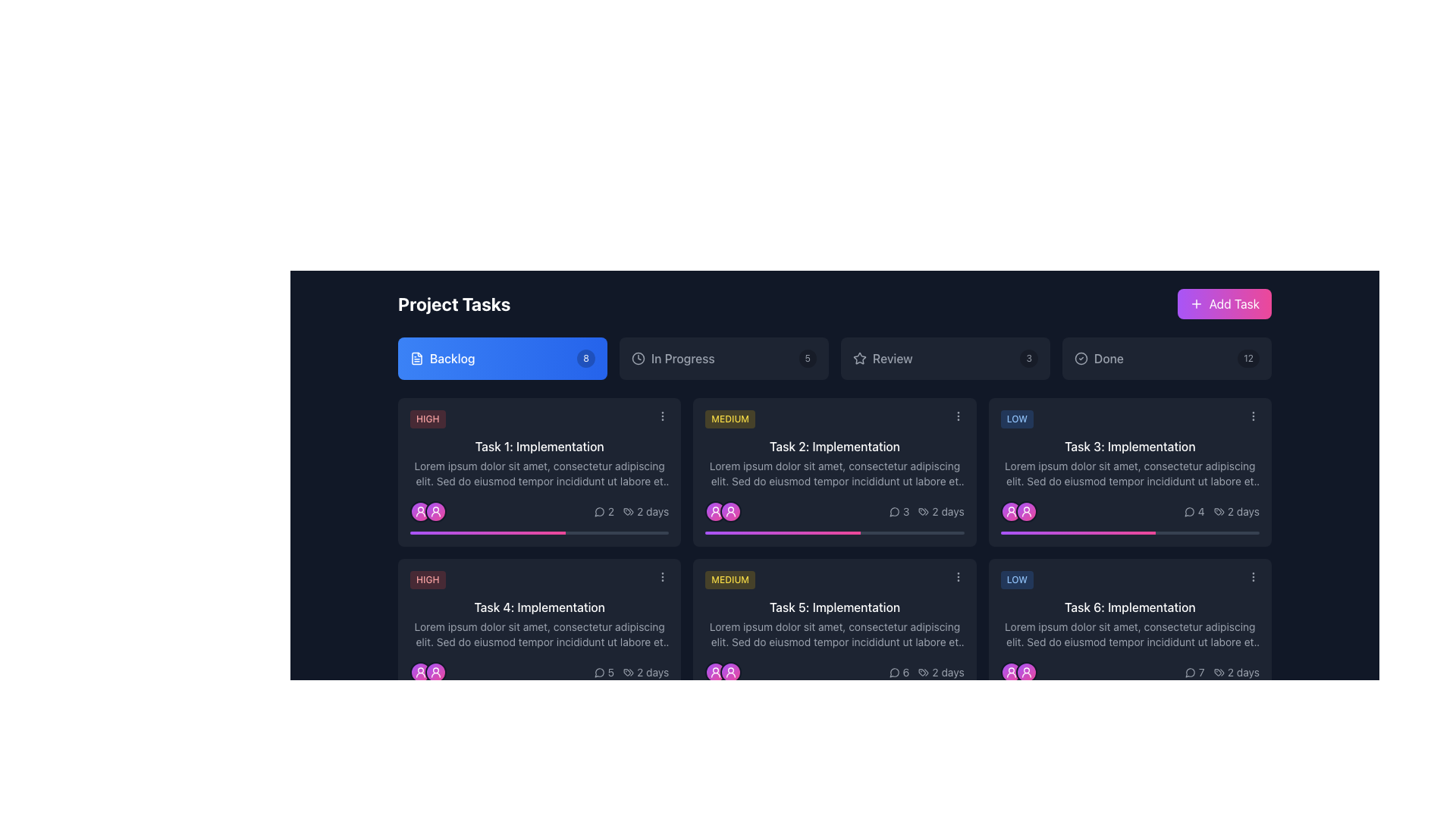  I want to click on the options menu trigger button located in the top right corner of the 'Task 2: Implementation' card, next to the yellow 'MEDIUM' badge, so click(957, 416).